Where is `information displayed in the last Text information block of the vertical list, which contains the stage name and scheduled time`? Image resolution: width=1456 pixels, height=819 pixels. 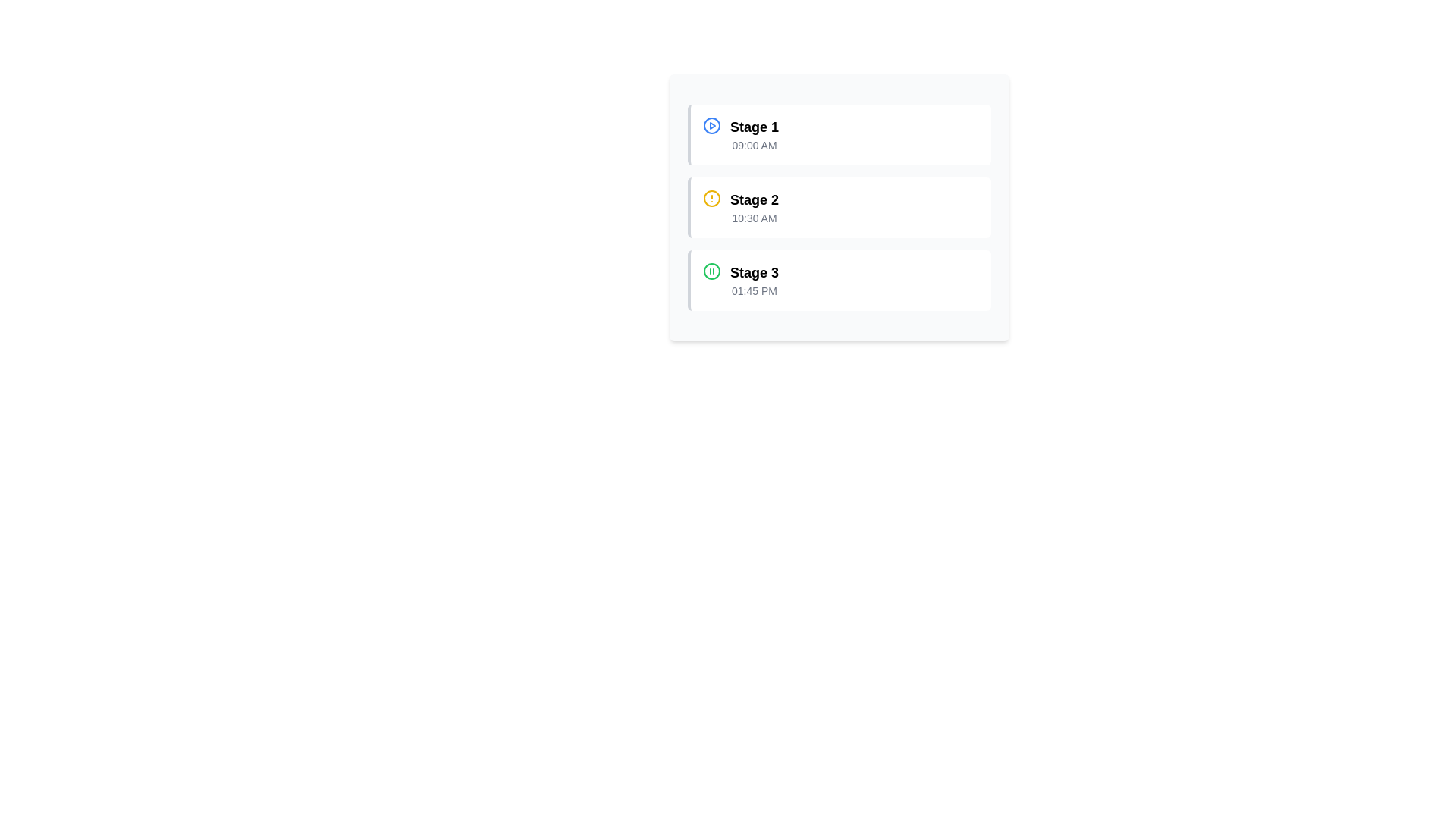
information displayed in the last Text information block of the vertical list, which contains the stage name and scheduled time is located at coordinates (754, 281).